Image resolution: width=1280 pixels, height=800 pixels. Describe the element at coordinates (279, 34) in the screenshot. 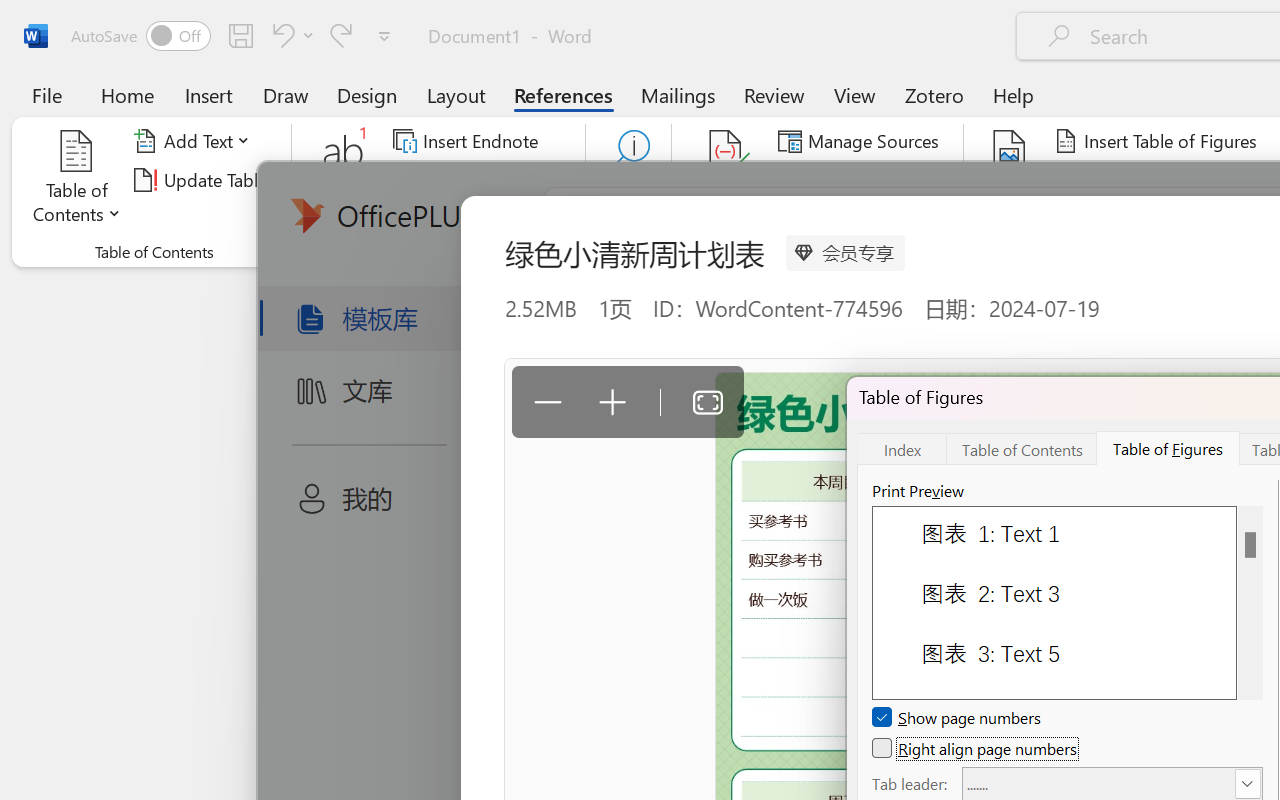

I see `'Undo Apply Quick Style Set'` at that location.